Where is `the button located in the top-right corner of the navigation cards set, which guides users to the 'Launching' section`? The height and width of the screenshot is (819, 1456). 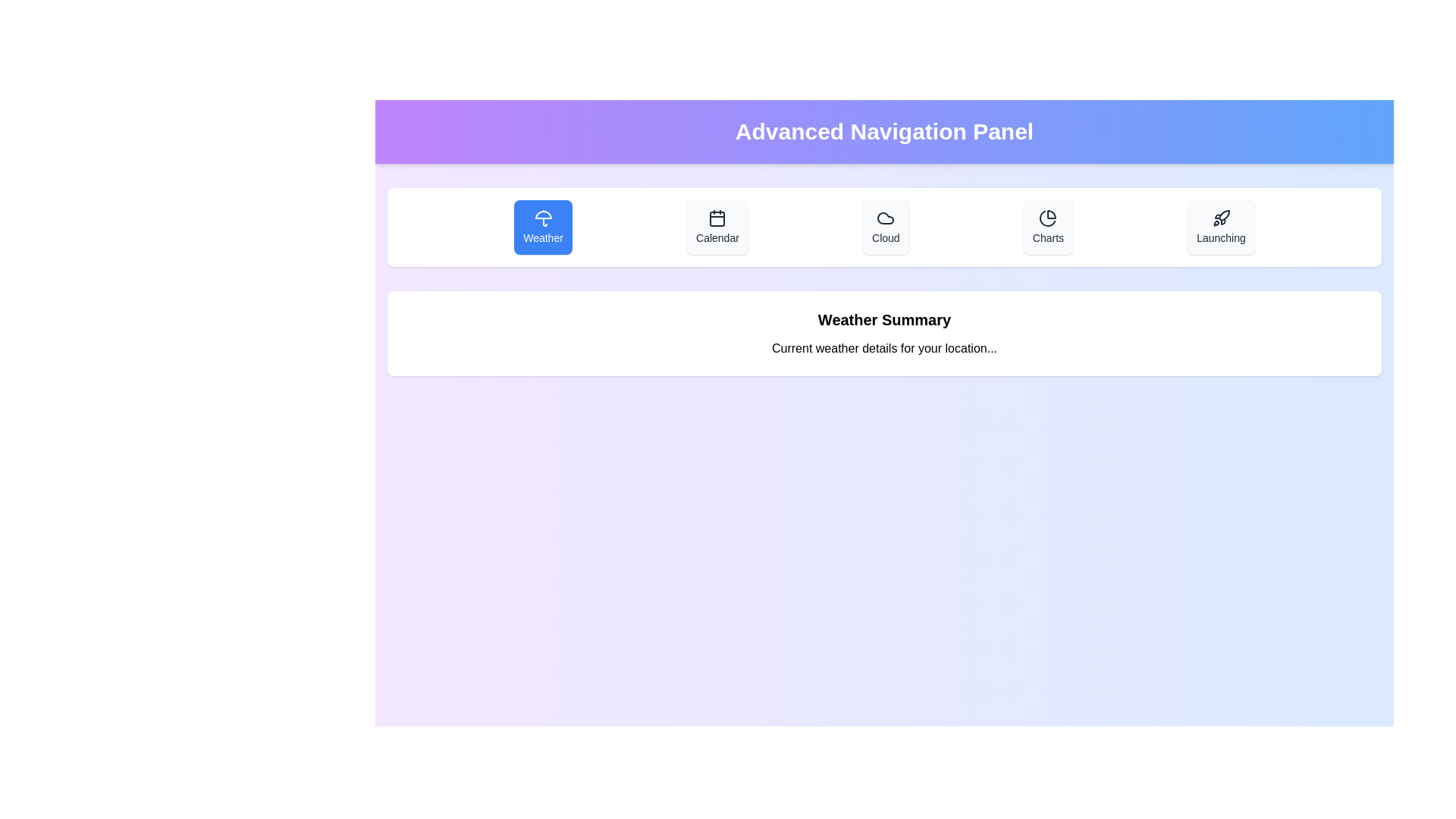 the button located in the top-right corner of the navigation cards set, which guides users to the 'Launching' section is located at coordinates (1221, 227).